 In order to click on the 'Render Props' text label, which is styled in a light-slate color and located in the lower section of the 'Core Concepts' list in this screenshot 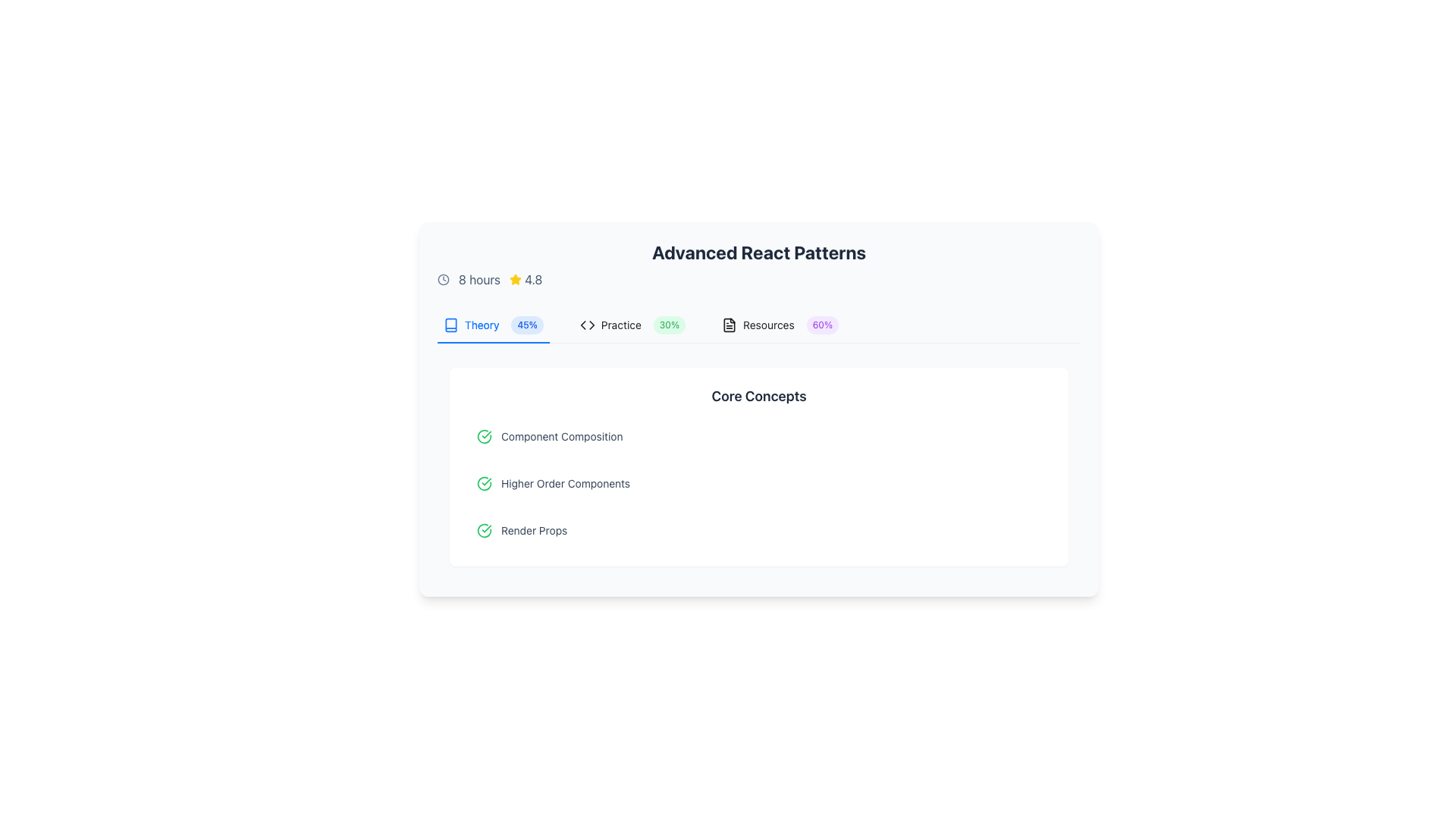, I will do `click(534, 529)`.